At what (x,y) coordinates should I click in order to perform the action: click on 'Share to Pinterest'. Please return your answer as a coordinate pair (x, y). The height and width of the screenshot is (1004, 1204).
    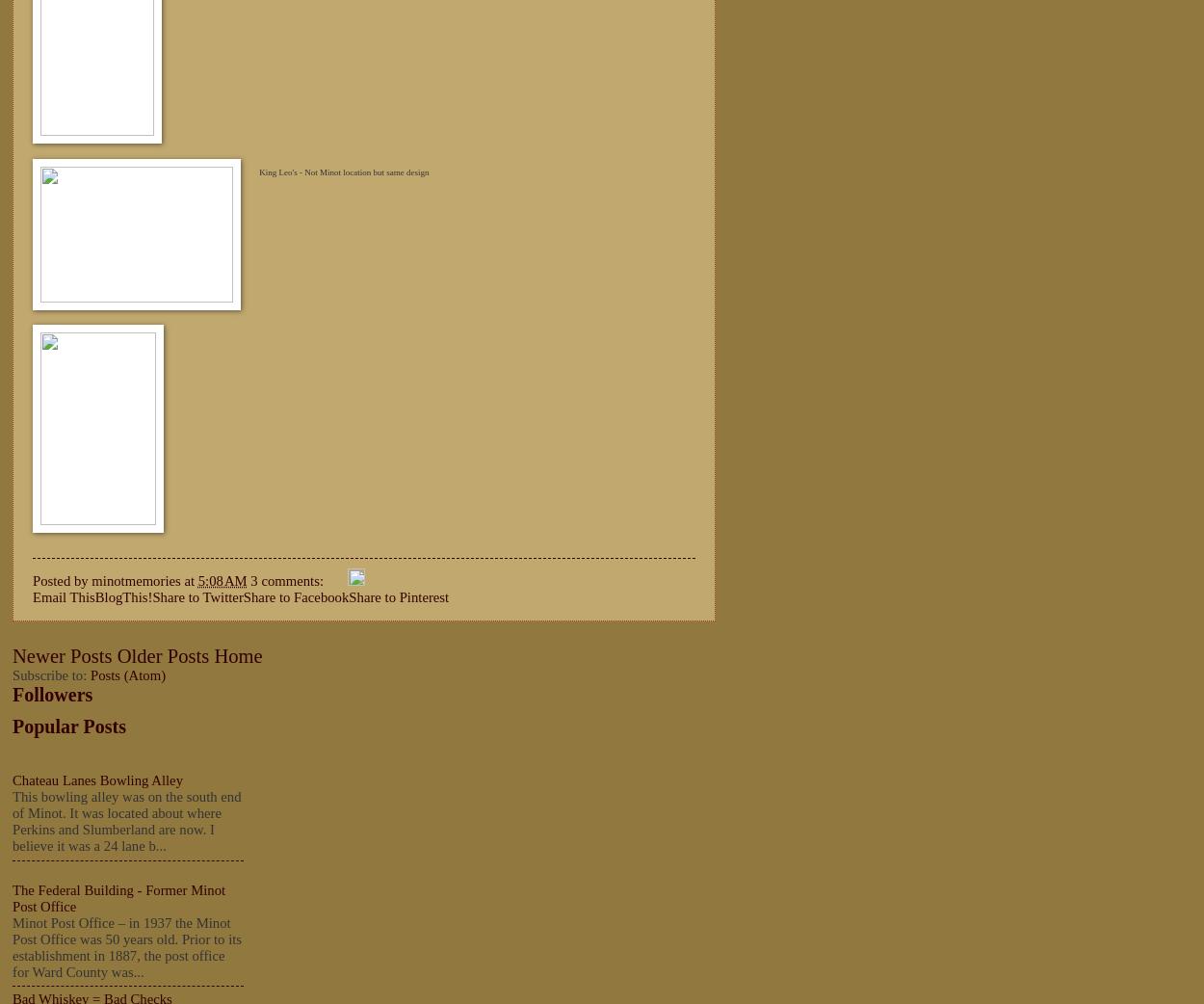
    Looking at the image, I should click on (399, 595).